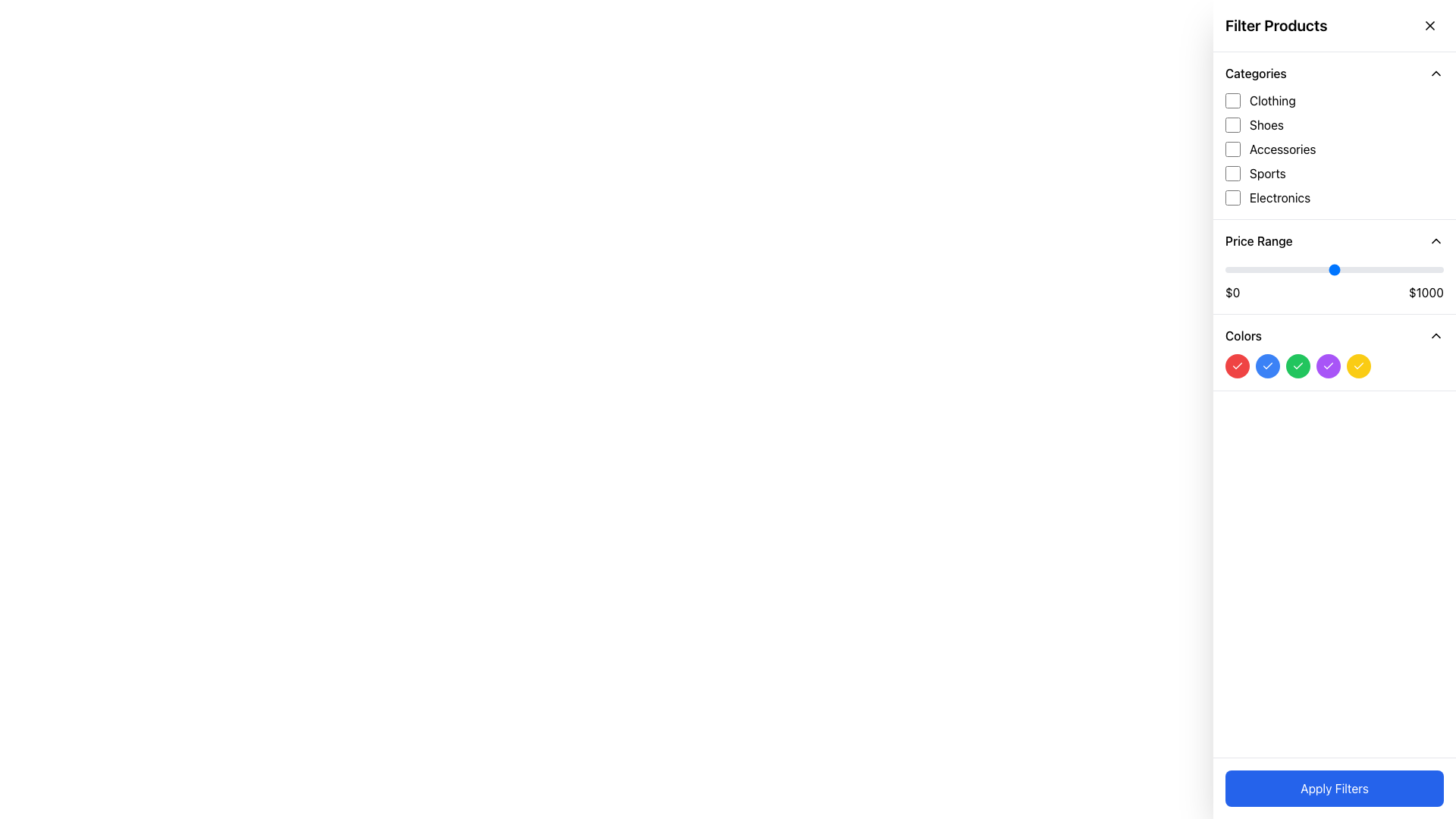 The width and height of the screenshot is (1456, 819). Describe the element at coordinates (1238, 366) in the screenshot. I see `the red circular color selector button containing a small white checkmark icon, located in the 'Colors' section of the sidebar, which is the first button on the far left` at that location.